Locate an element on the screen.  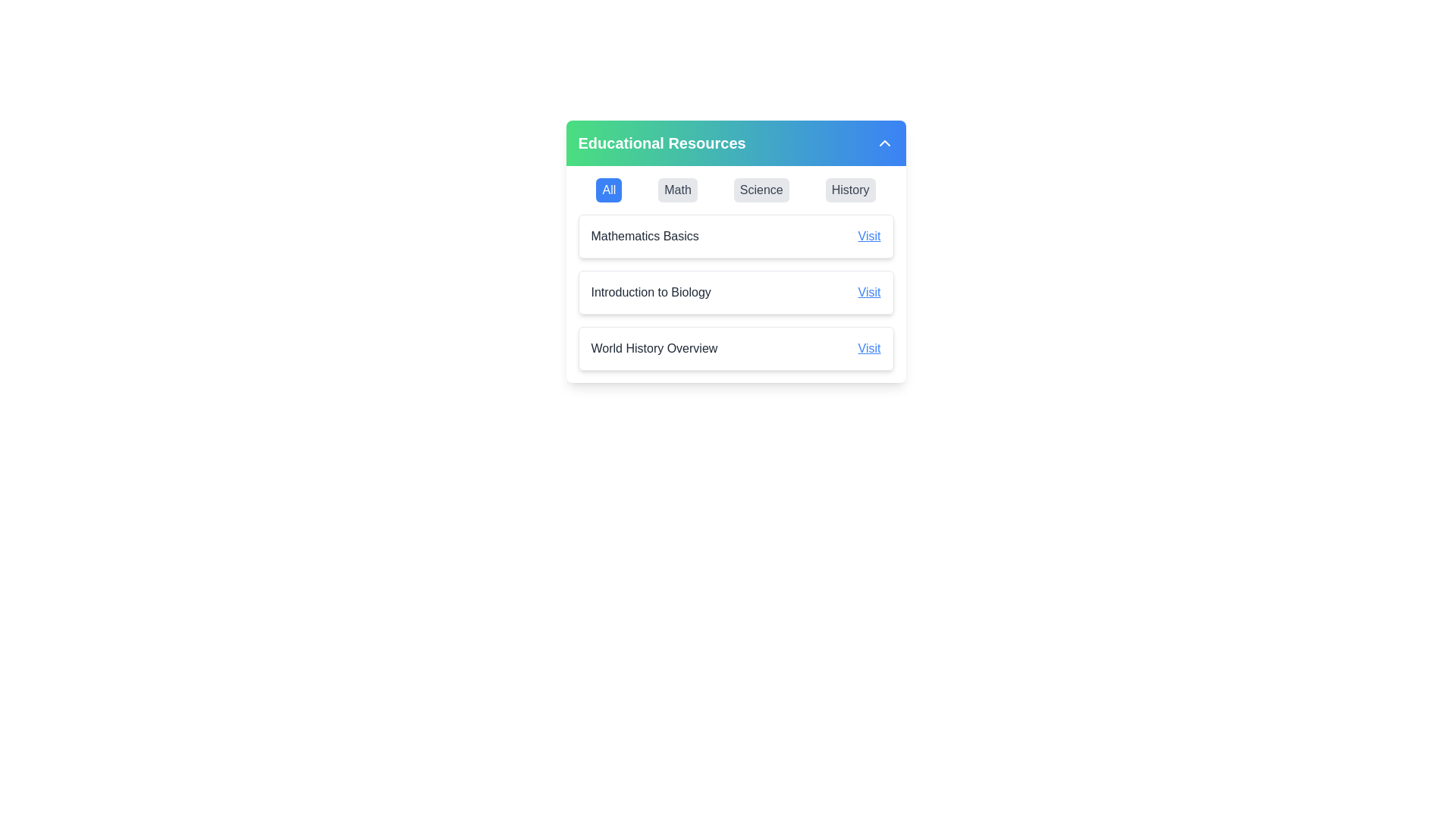
the hyperlink located to the far right of the 'World History Overview' label within the 'Educational Resources' card is located at coordinates (869, 348).